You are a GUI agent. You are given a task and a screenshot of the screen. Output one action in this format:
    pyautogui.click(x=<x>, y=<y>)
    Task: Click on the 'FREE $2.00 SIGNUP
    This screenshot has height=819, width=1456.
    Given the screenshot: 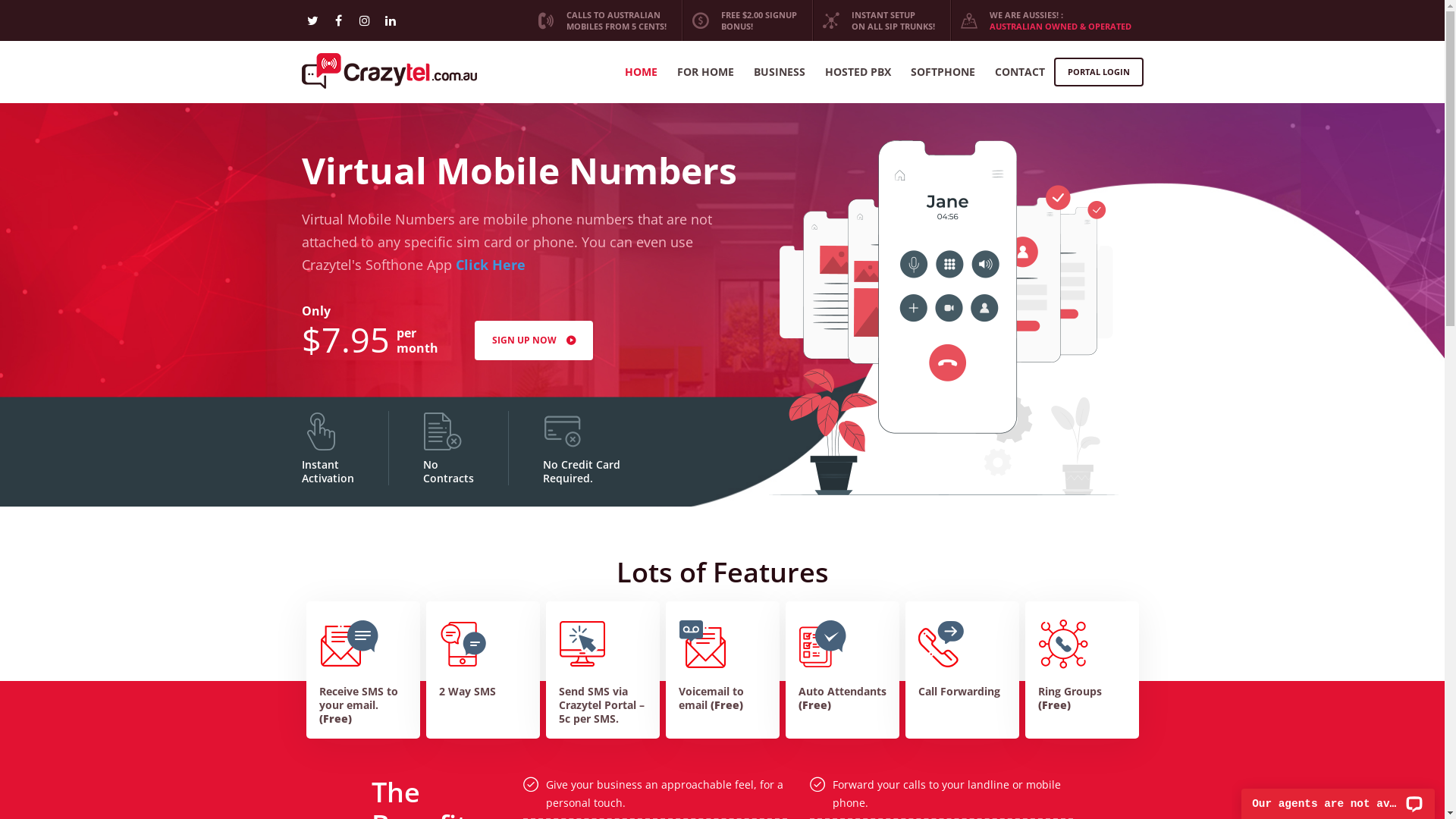 What is the action you would take?
    pyautogui.click(x=745, y=20)
    